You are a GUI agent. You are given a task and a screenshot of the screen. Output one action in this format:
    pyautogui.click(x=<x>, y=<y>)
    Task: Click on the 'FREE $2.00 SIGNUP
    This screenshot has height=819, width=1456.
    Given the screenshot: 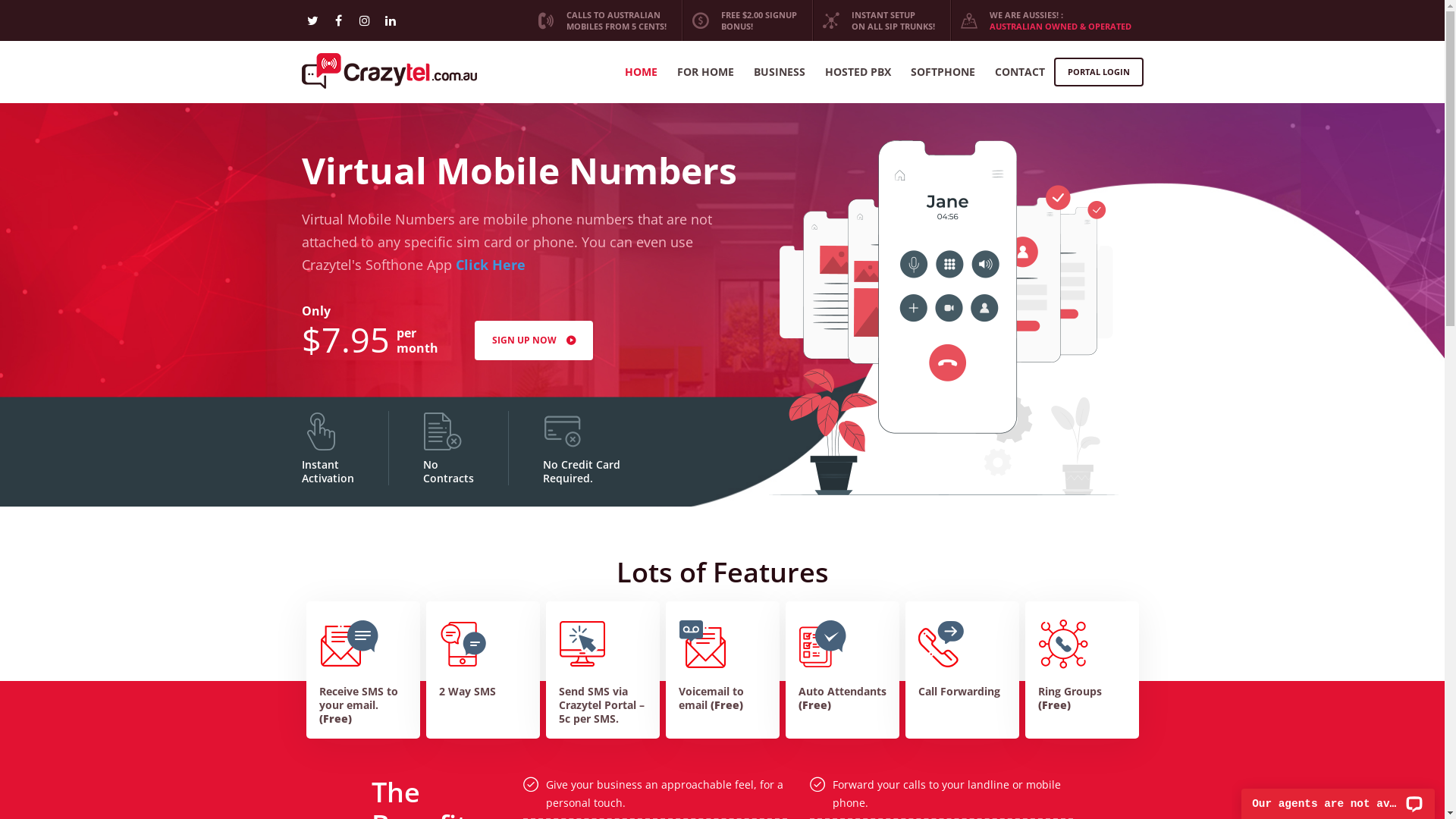 What is the action you would take?
    pyautogui.click(x=745, y=20)
    